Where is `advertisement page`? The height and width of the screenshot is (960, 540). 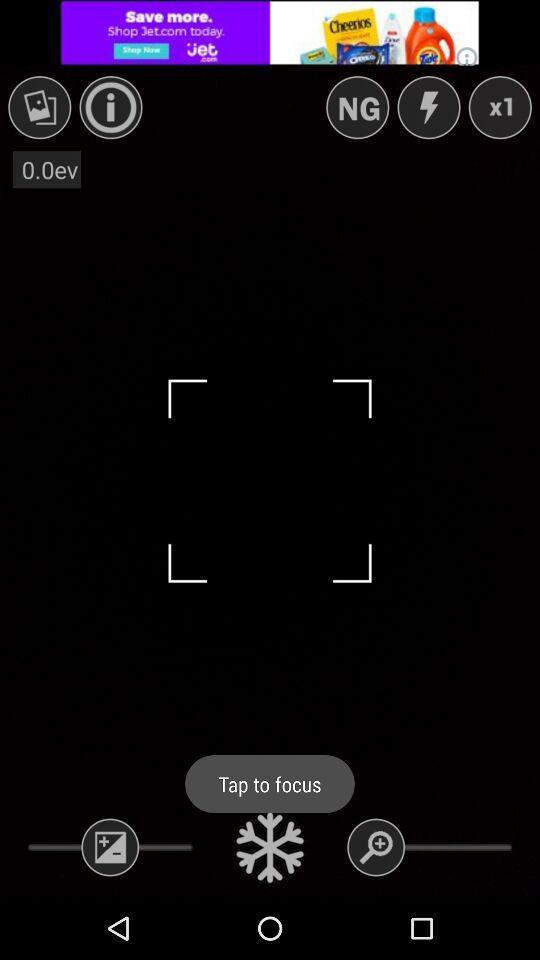
advertisement page is located at coordinates (270, 31).